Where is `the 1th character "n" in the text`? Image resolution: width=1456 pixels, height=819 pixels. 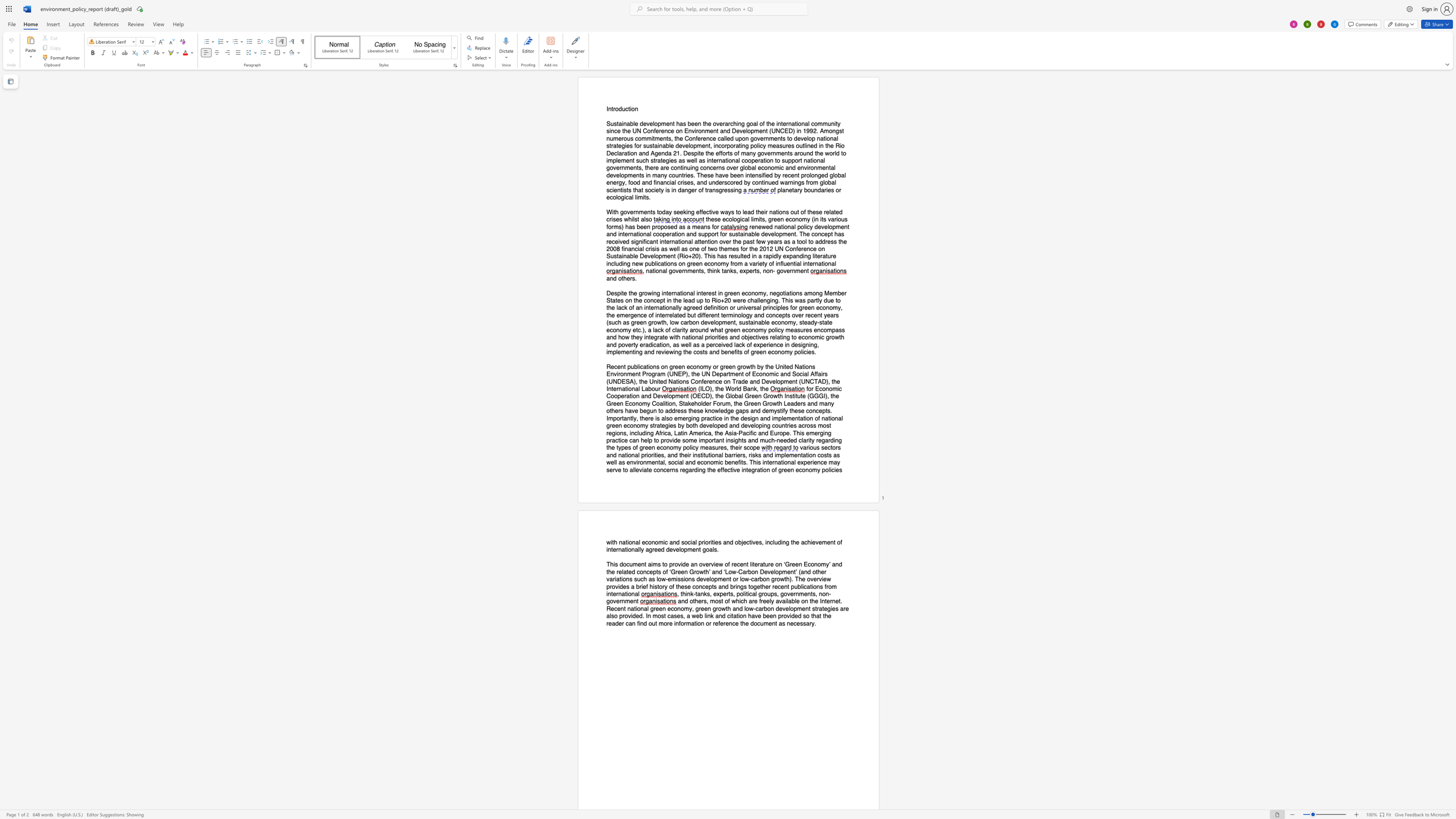
the 1th character "n" in the text is located at coordinates (745, 469).